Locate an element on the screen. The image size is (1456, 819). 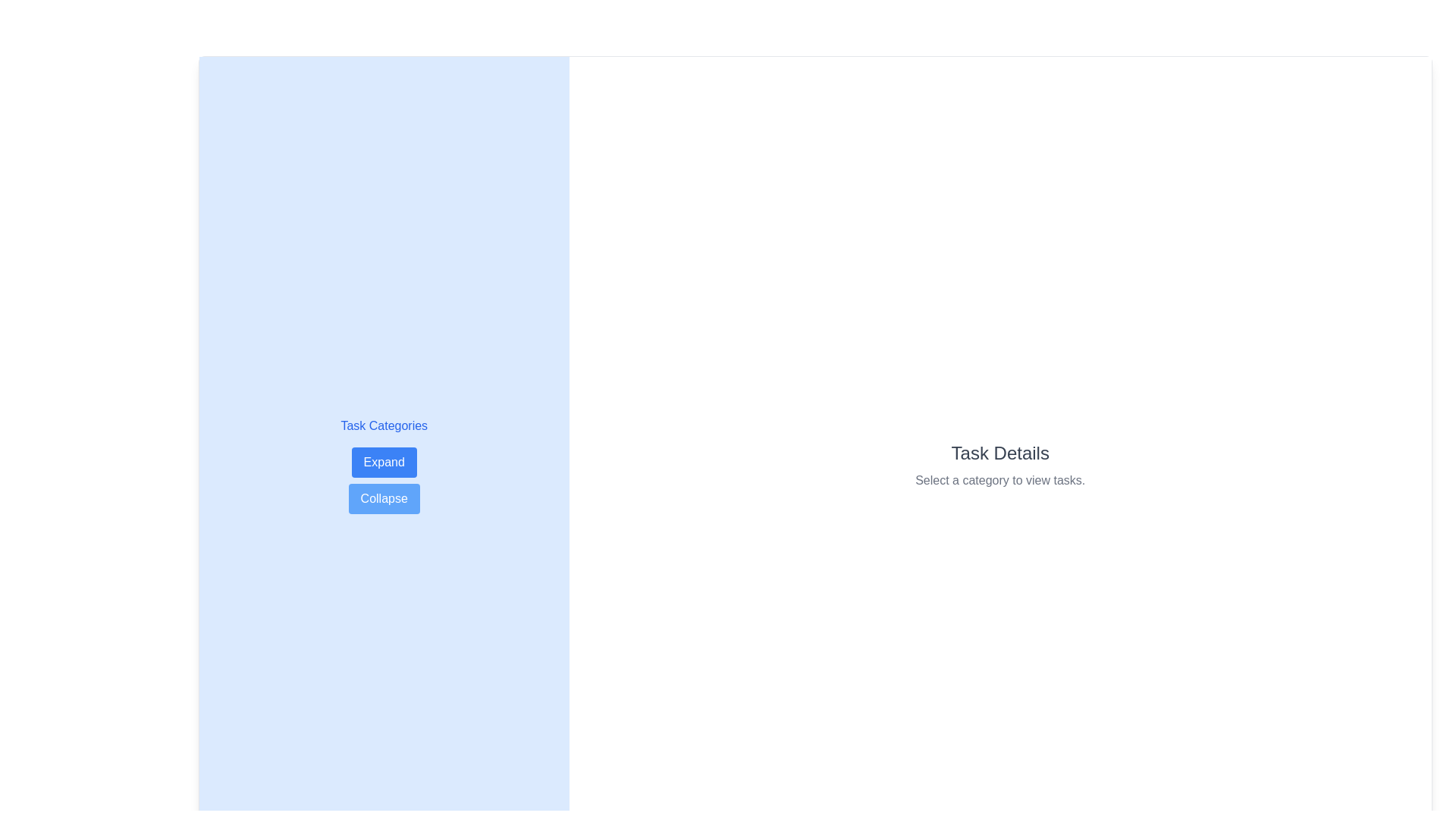
the collapse button located directly below the 'Expand' button in the left panel under 'Task Categories' is located at coordinates (384, 499).